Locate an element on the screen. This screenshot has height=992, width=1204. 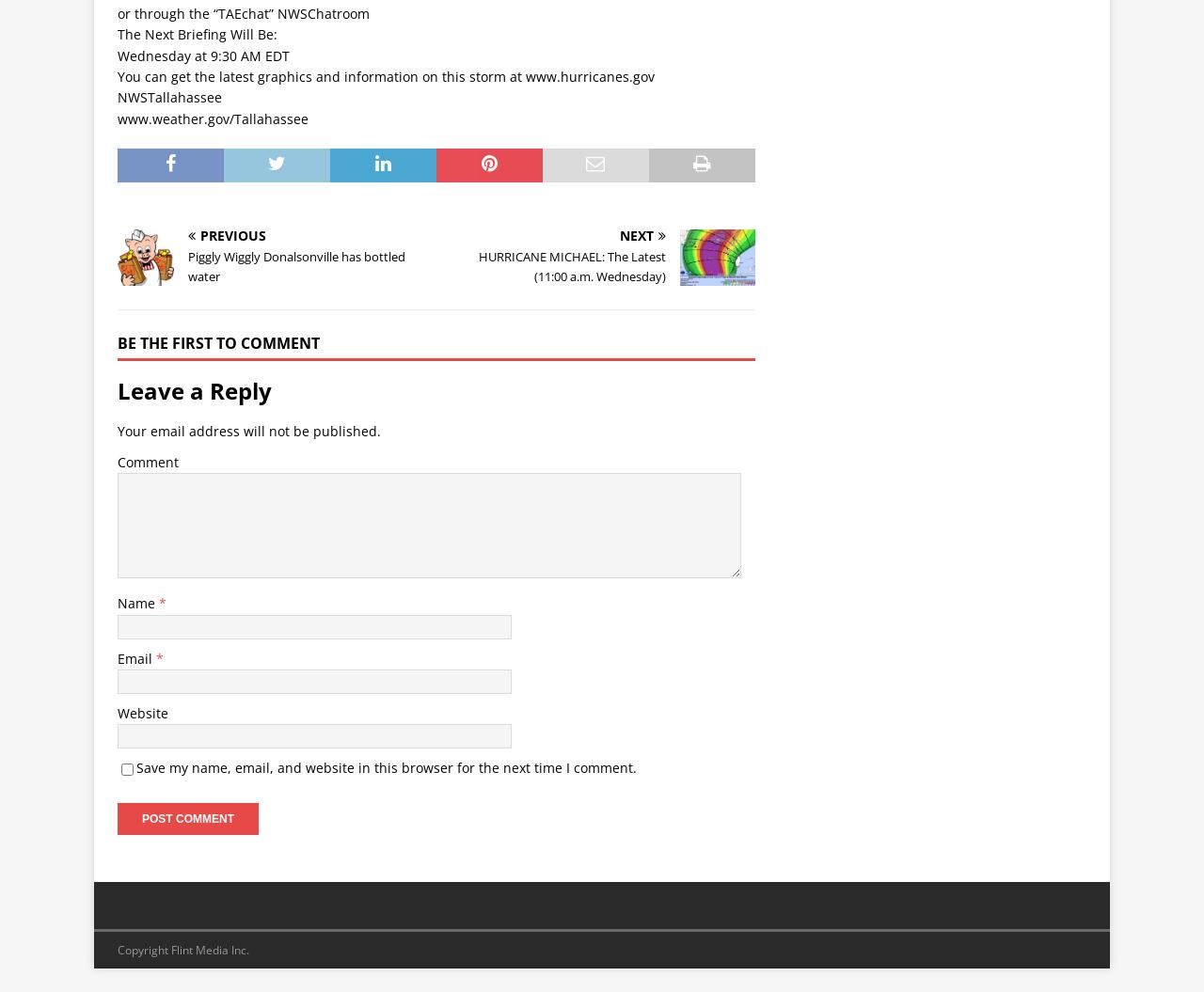
'or through the “TAEchat” NWSChatroom' is located at coordinates (242, 12).